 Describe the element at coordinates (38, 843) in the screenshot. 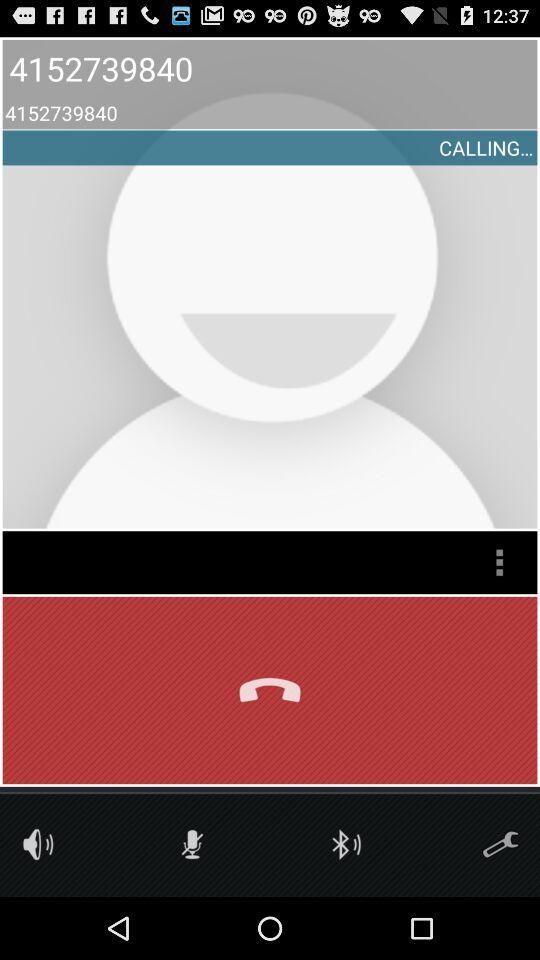

I see `audio options` at that location.